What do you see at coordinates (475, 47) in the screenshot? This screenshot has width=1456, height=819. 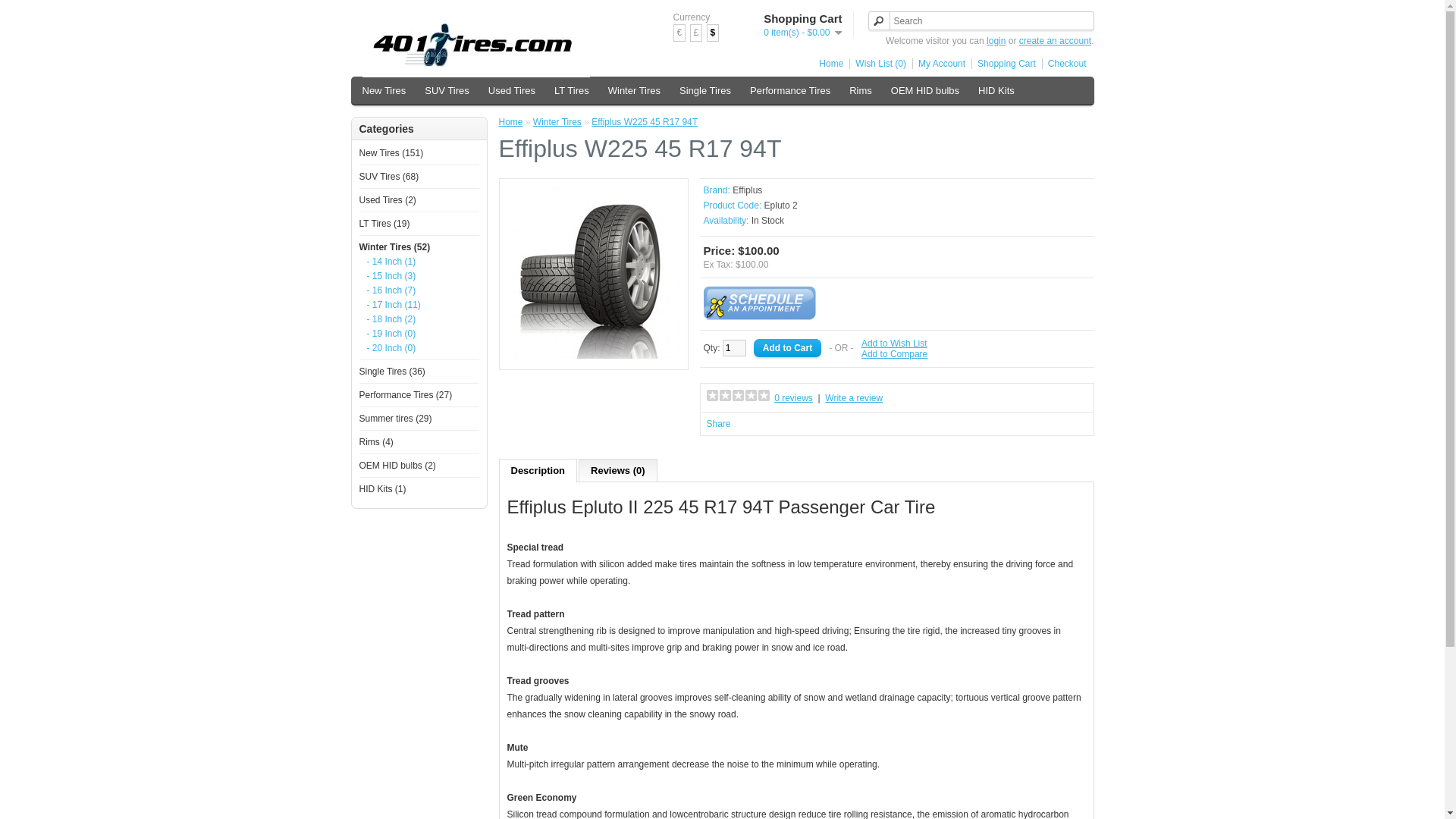 I see `'Best DEALS on New and Used Tires in Greater Toronto Area'` at bounding box center [475, 47].